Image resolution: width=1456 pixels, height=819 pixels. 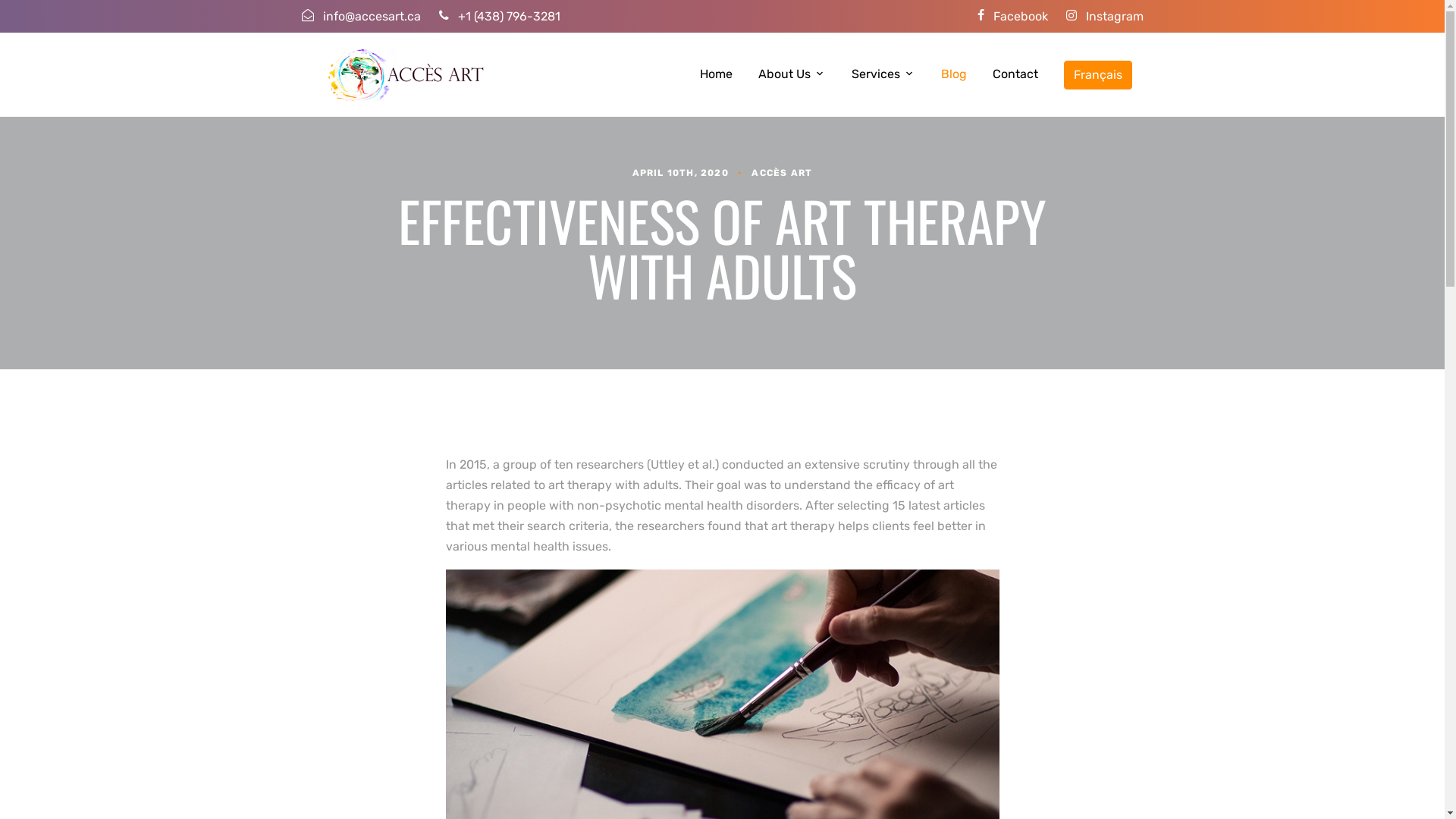 I want to click on 'info@accesart.ca', so click(x=360, y=16).